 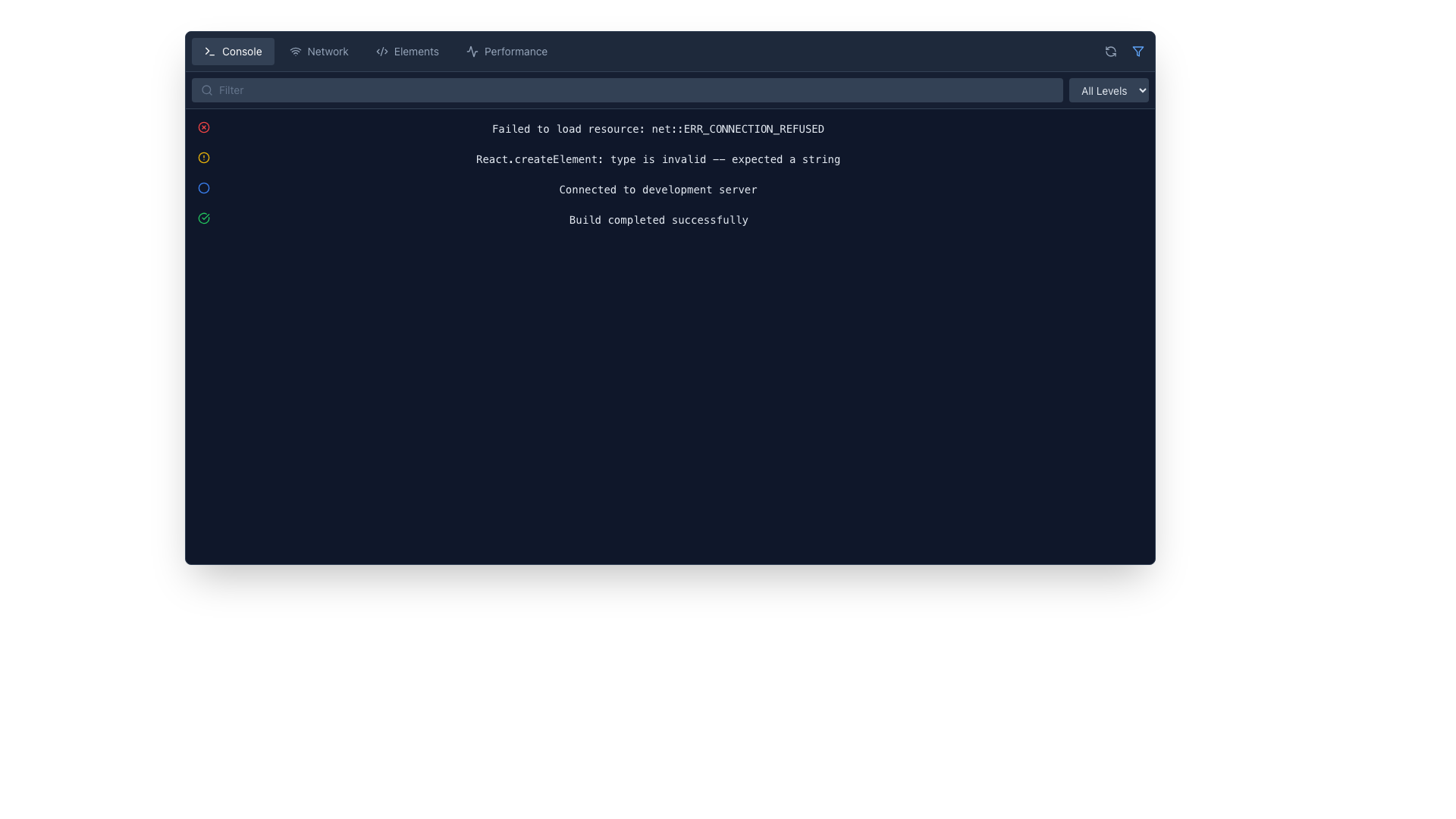 I want to click on the 'Console' tab in the navigation bar at the top of the interface, so click(x=669, y=51).